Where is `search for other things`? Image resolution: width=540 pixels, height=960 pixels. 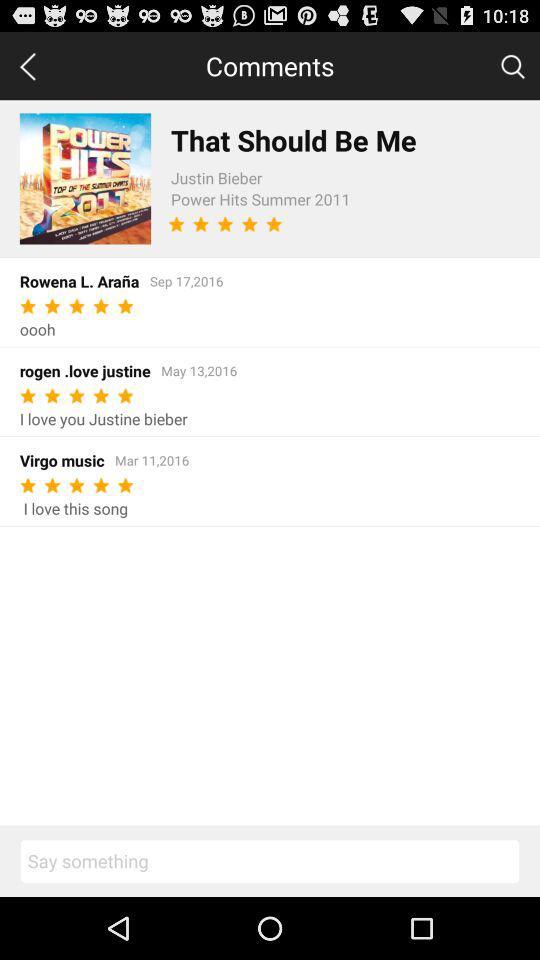 search for other things is located at coordinates (512, 65).